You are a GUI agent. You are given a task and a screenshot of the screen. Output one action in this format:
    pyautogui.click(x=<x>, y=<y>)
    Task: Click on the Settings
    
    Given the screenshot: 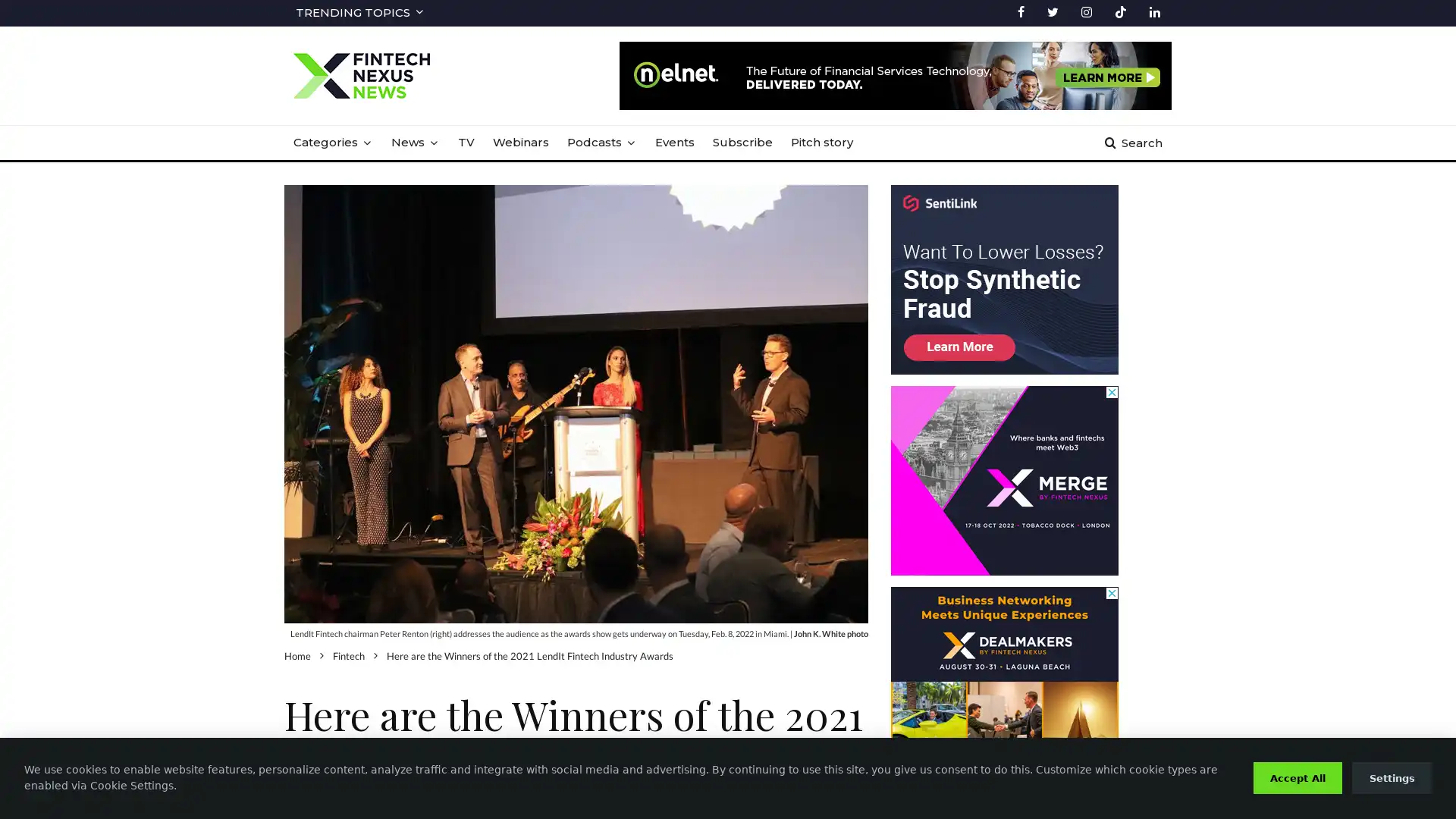 What is the action you would take?
    pyautogui.click(x=1392, y=778)
    